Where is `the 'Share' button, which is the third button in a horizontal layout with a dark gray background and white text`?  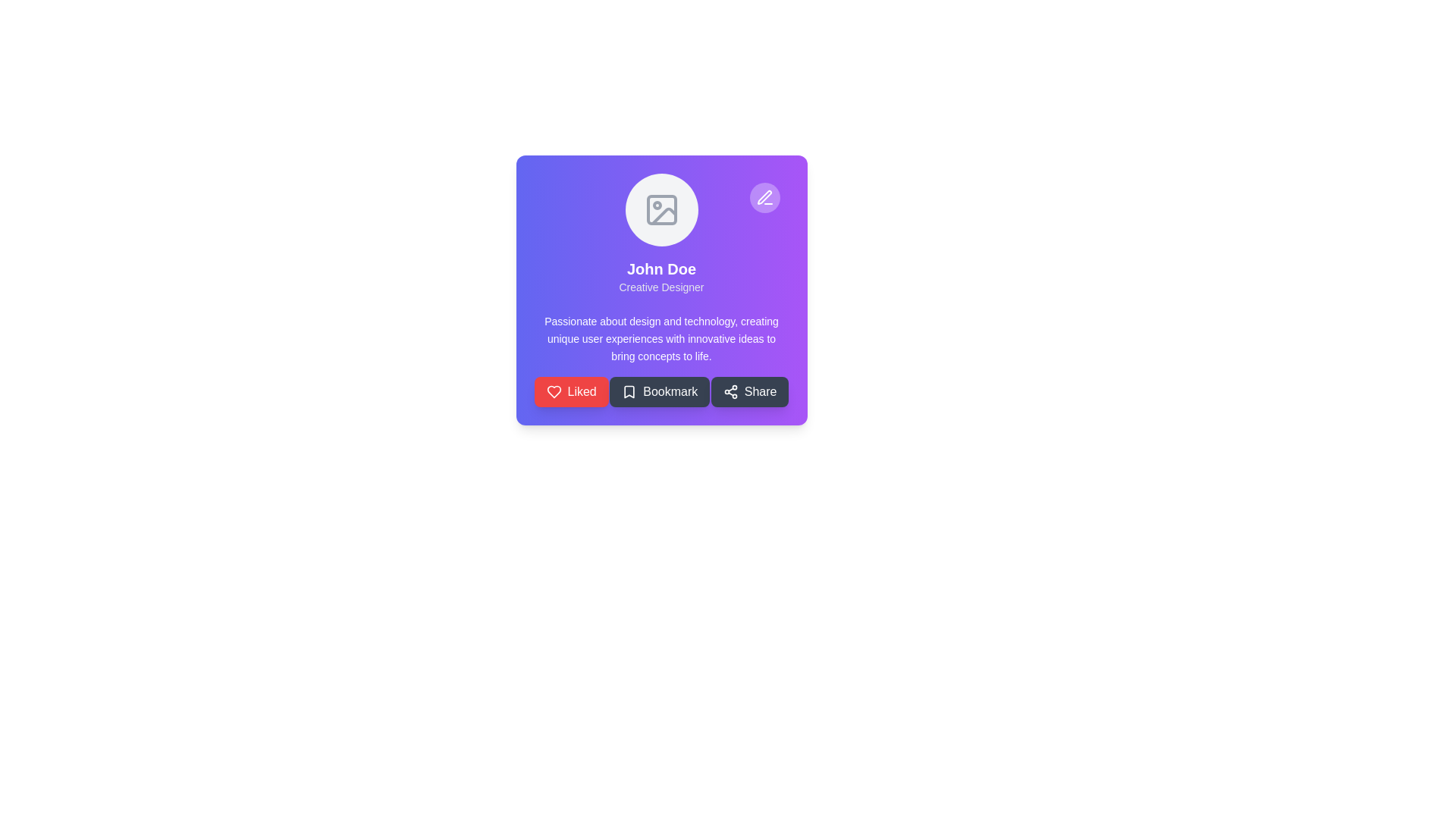
the 'Share' button, which is the third button in a horizontal layout with a dark gray background and white text is located at coordinates (750, 391).